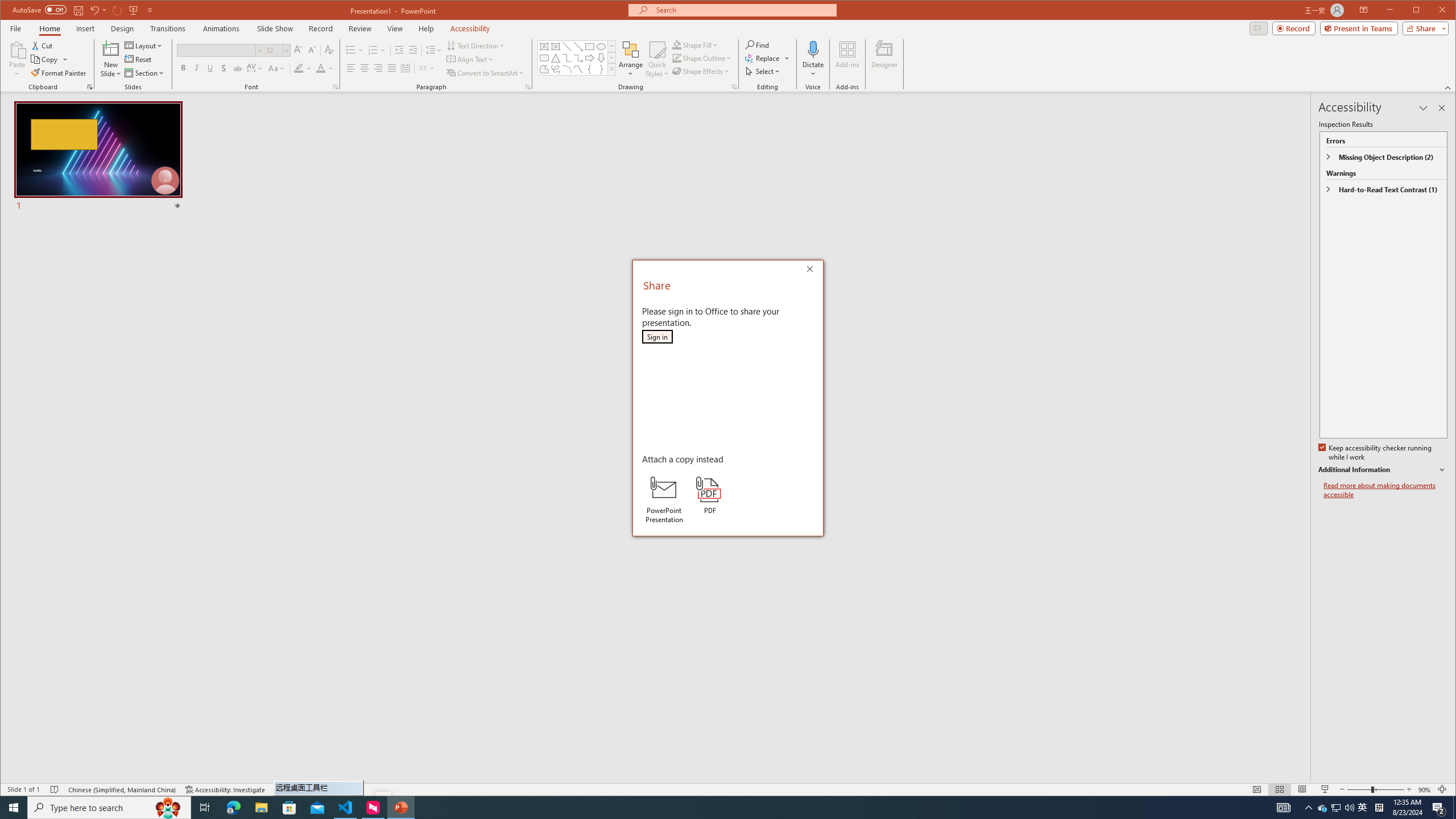 Image resolution: width=1456 pixels, height=819 pixels. Describe the element at coordinates (577, 57) in the screenshot. I see `'AutomationID: ShapesInsertGallery'` at that location.